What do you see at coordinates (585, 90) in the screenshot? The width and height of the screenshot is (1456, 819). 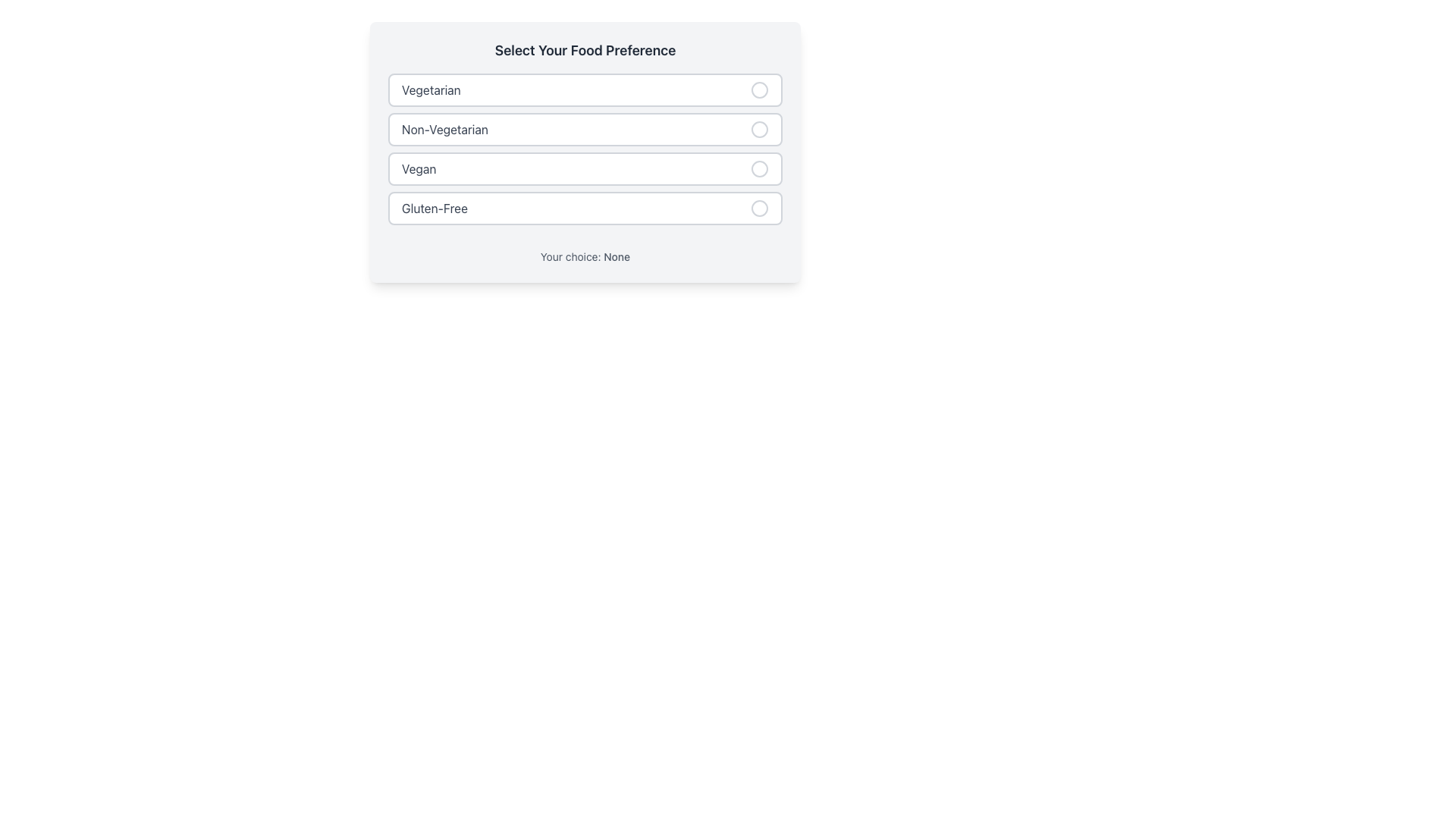 I see `the first selectable list item labeled 'Vegetarian'` at bounding box center [585, 90].